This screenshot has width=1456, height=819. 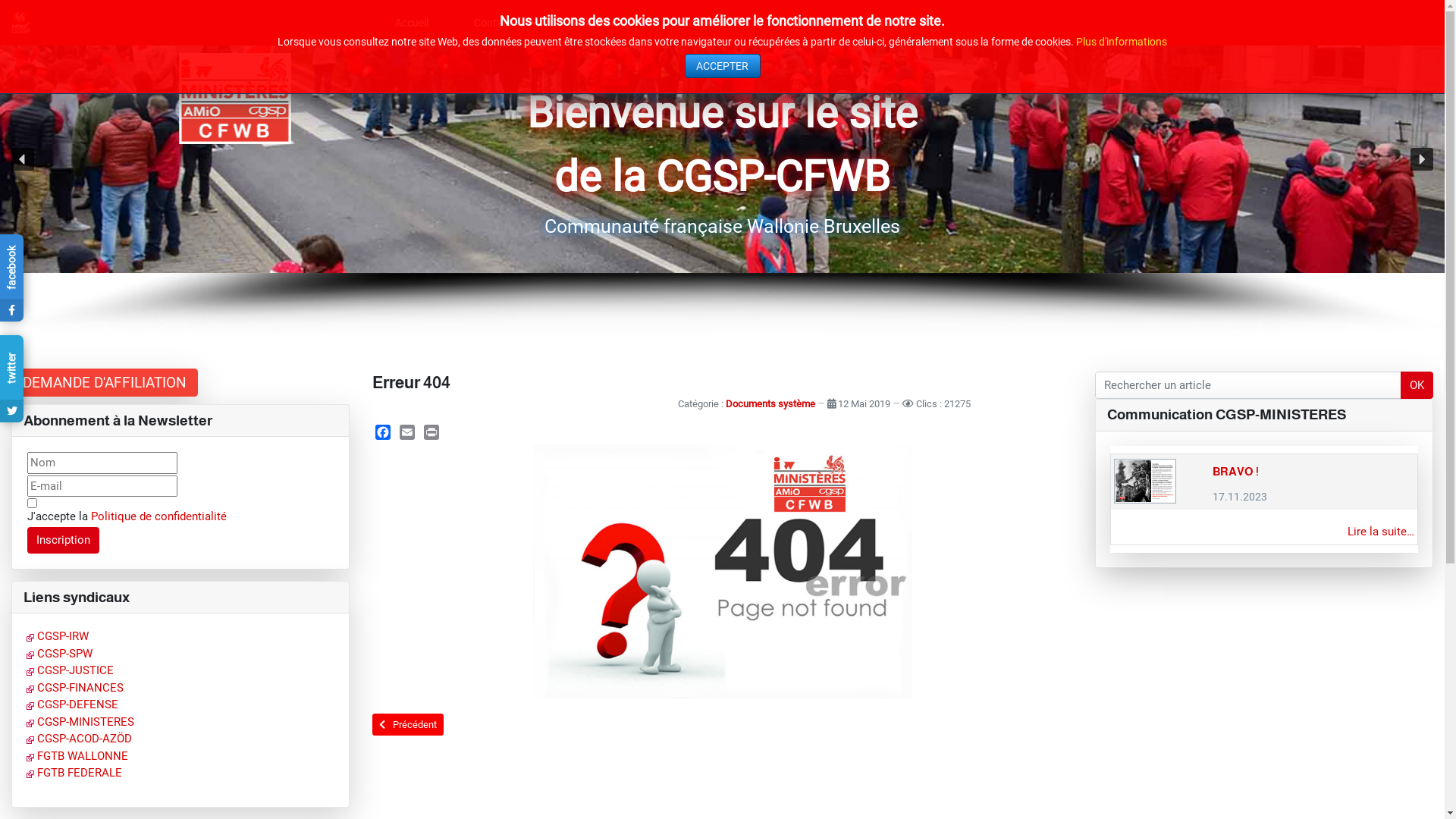 What do you see at coordinates (26, 669) in the screenshot?
I see `' CGSP-JUSTICE'` at bounding box center [26, 669].